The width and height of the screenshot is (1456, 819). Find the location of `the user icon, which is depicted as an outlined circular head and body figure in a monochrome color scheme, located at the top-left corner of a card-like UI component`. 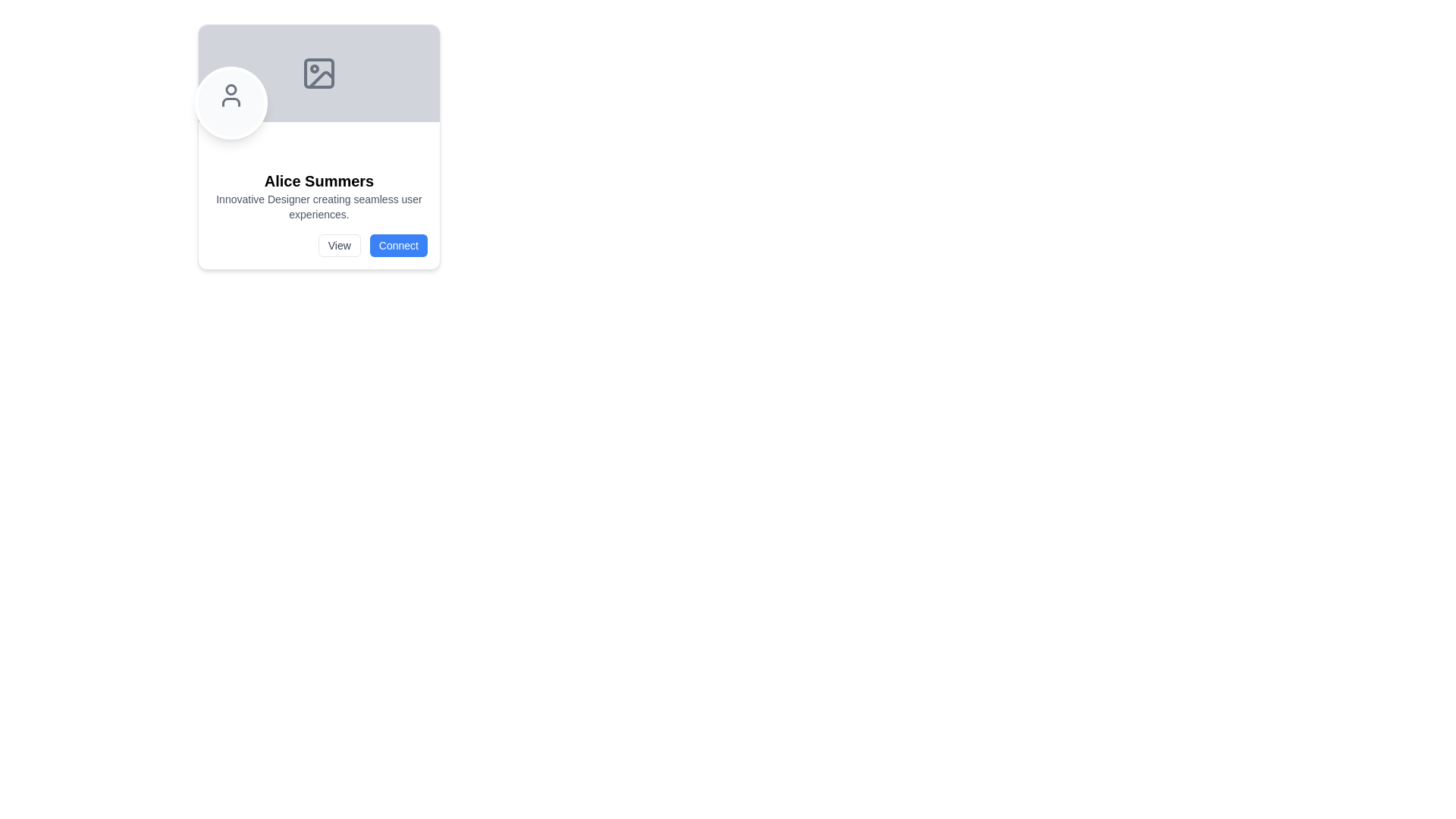

the user icon, which is depicted as an outlined circular head and body figure in a monochrome color scheme, located at the top-left corner of a card-like UI component is located at coordinates (231, 96).